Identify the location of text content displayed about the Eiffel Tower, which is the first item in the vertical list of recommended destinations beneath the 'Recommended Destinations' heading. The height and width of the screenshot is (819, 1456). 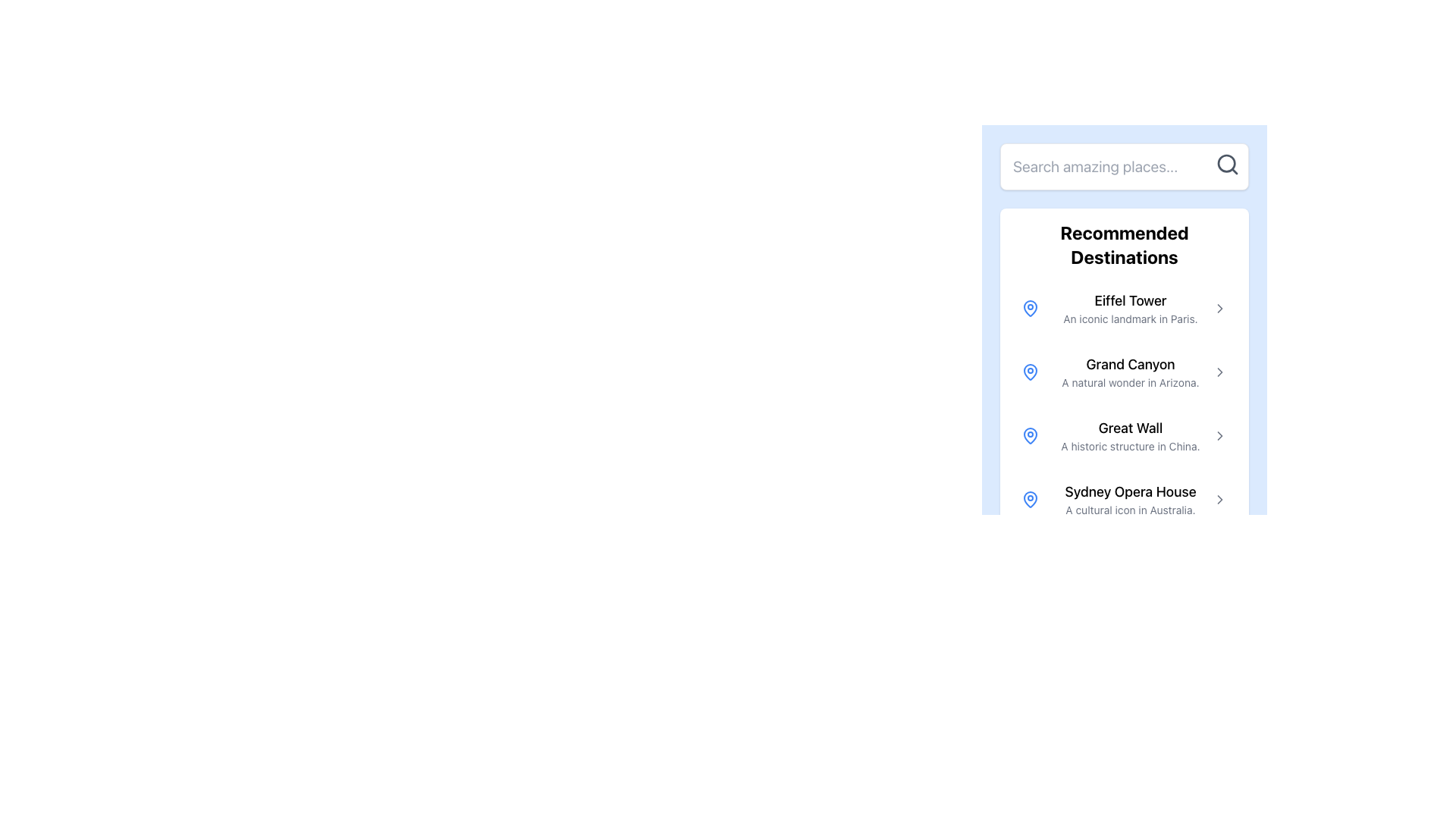
(1131, 308).